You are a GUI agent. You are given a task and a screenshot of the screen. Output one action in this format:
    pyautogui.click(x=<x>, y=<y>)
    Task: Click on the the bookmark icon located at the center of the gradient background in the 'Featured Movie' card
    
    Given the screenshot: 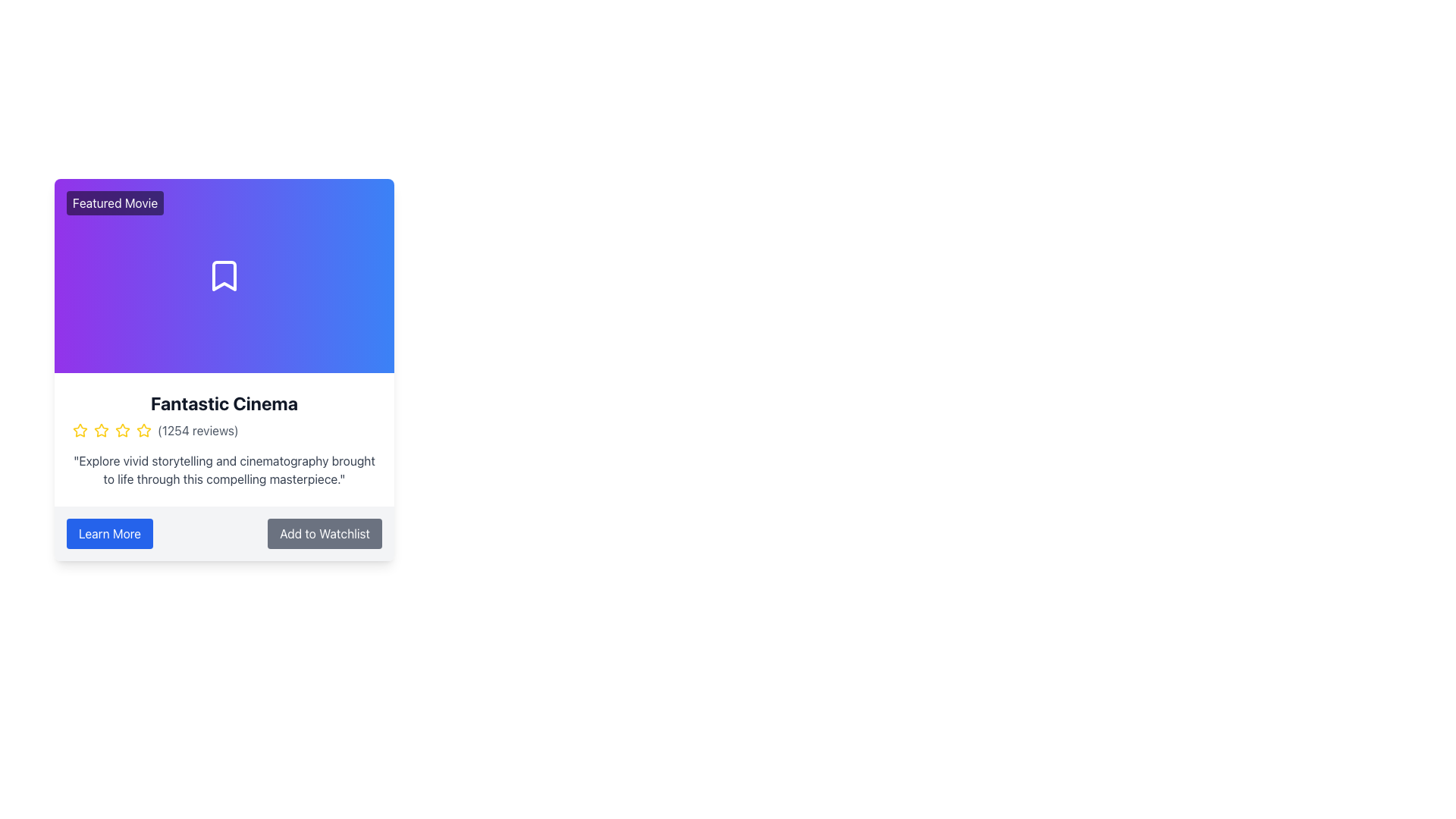 What is the action you would take?
    pyautogui.click(x=224, y=275)
    